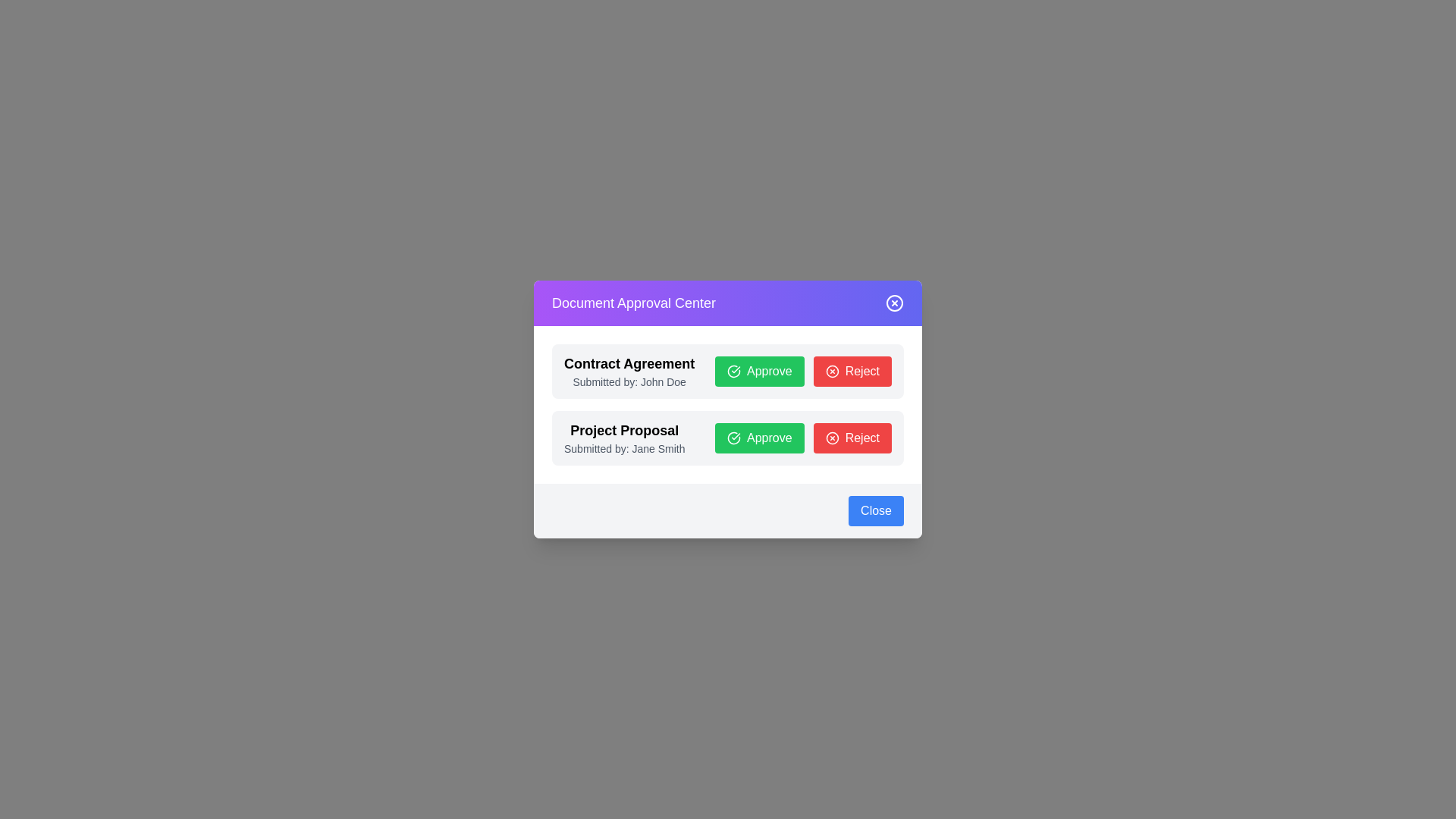  What do you see at coordinates (802, 438) in the screenshot?
I see `the 'Approve' button, which is green and located in the lower section of the 'Project Proposal' item card, positioned on the left side of the pair of interactive action buttons` at bounding box center [802, 438].